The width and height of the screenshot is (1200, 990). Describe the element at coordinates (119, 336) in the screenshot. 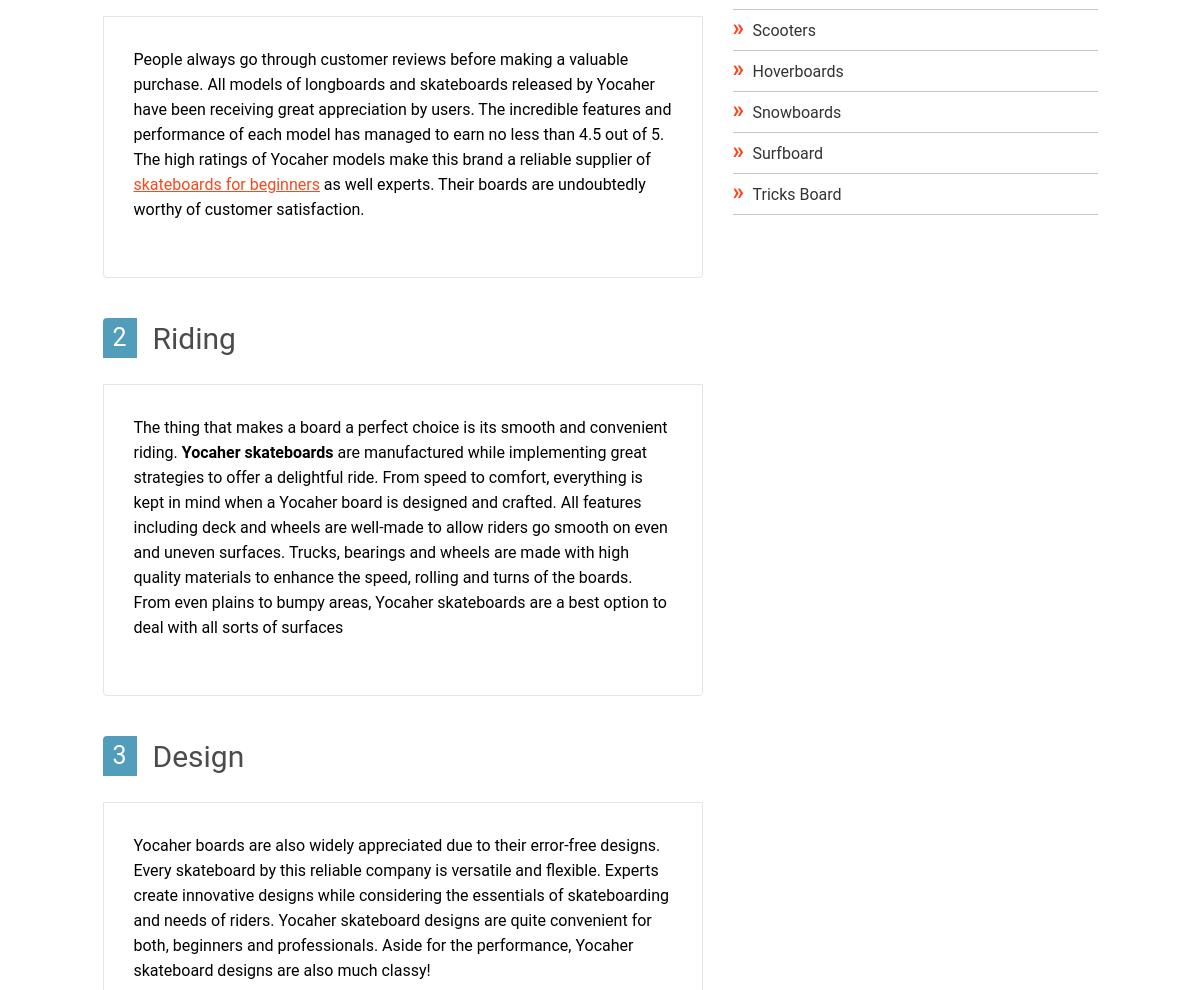

I see `'2'` at that location.